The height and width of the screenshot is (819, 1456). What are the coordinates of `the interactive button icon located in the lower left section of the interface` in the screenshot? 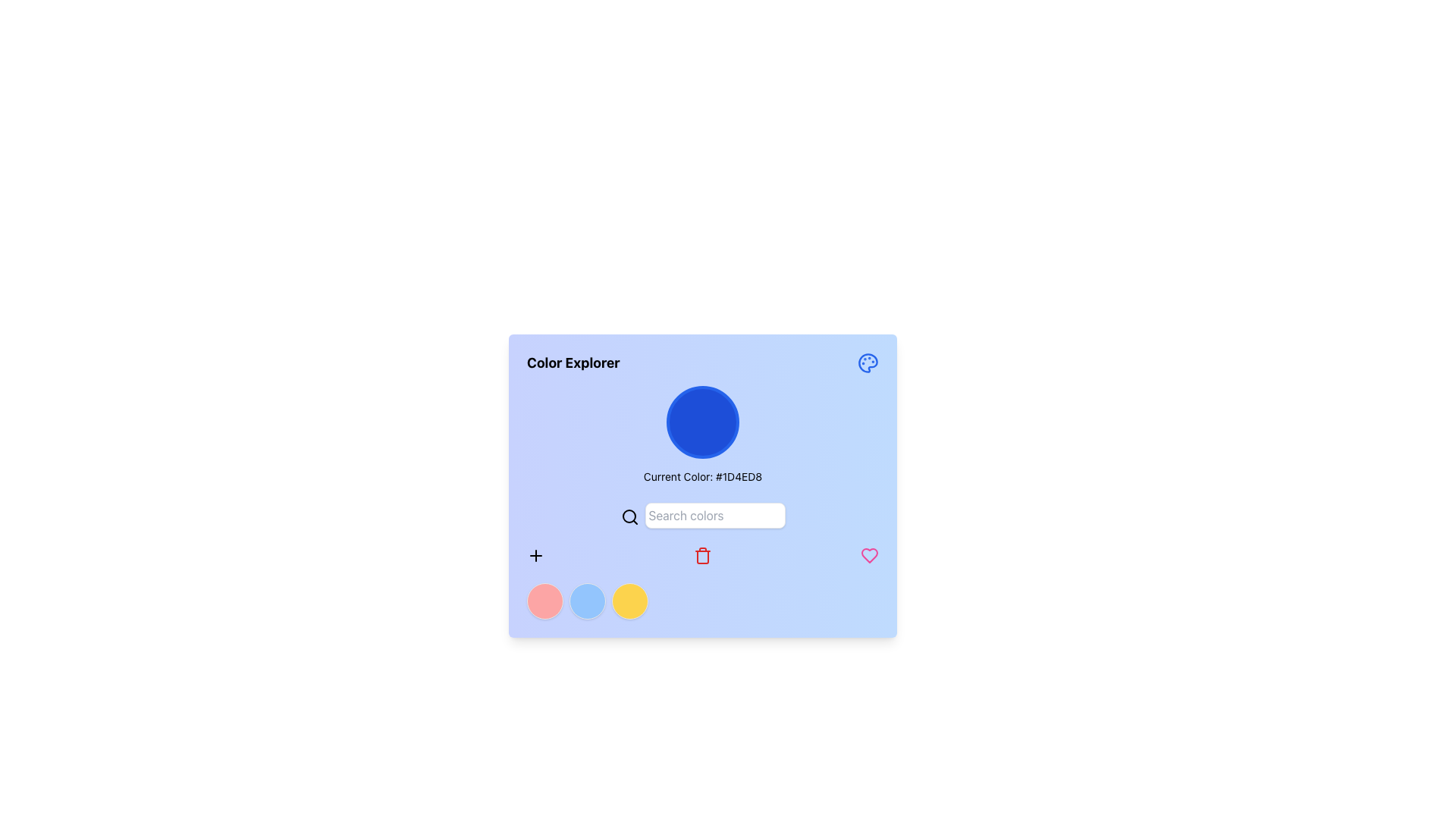 It's located at (535, 555).